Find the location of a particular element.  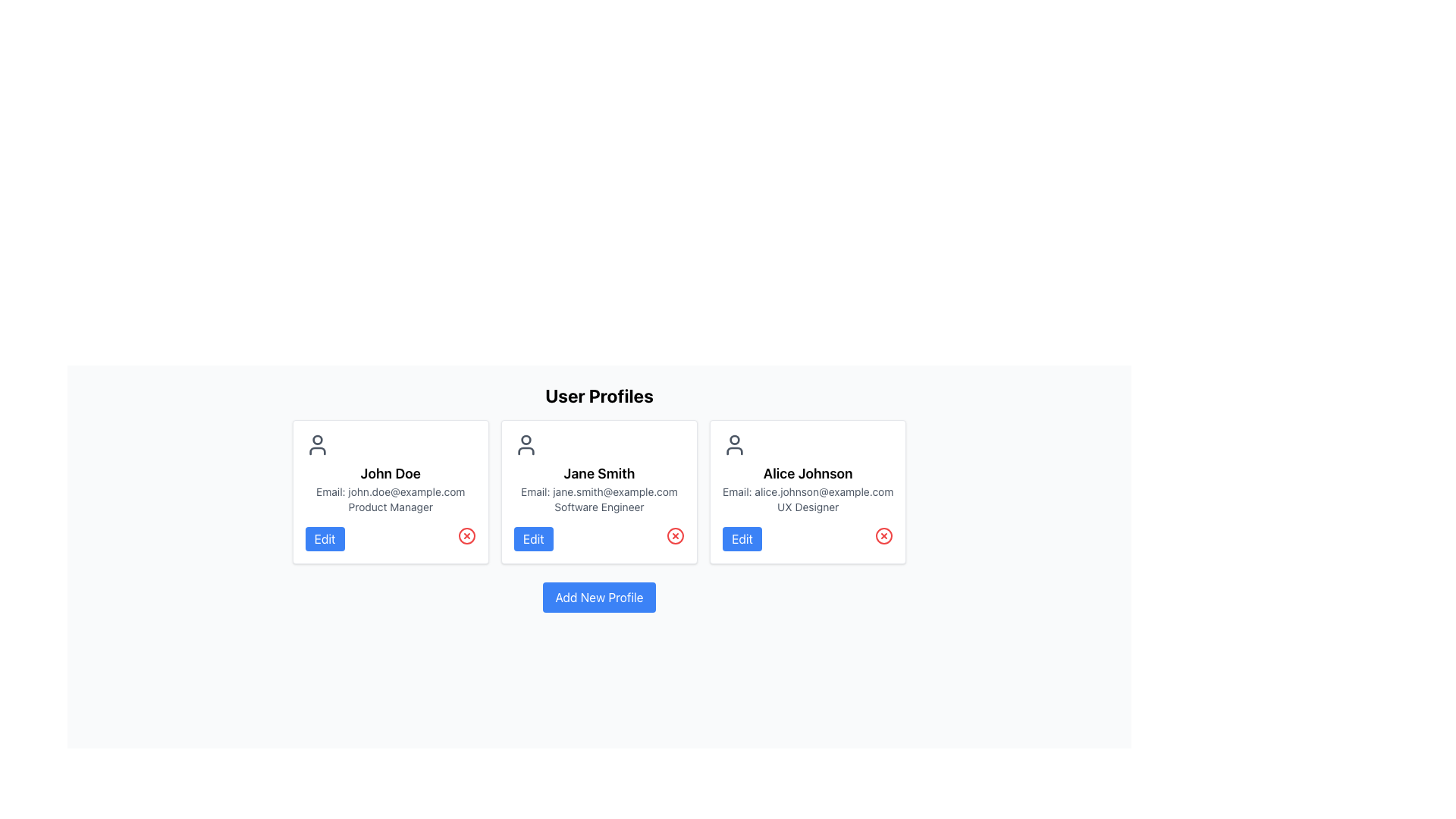

the 'Add New User Profile' button located at the bottom of the profiles grid is located at coordinates (598, 596).